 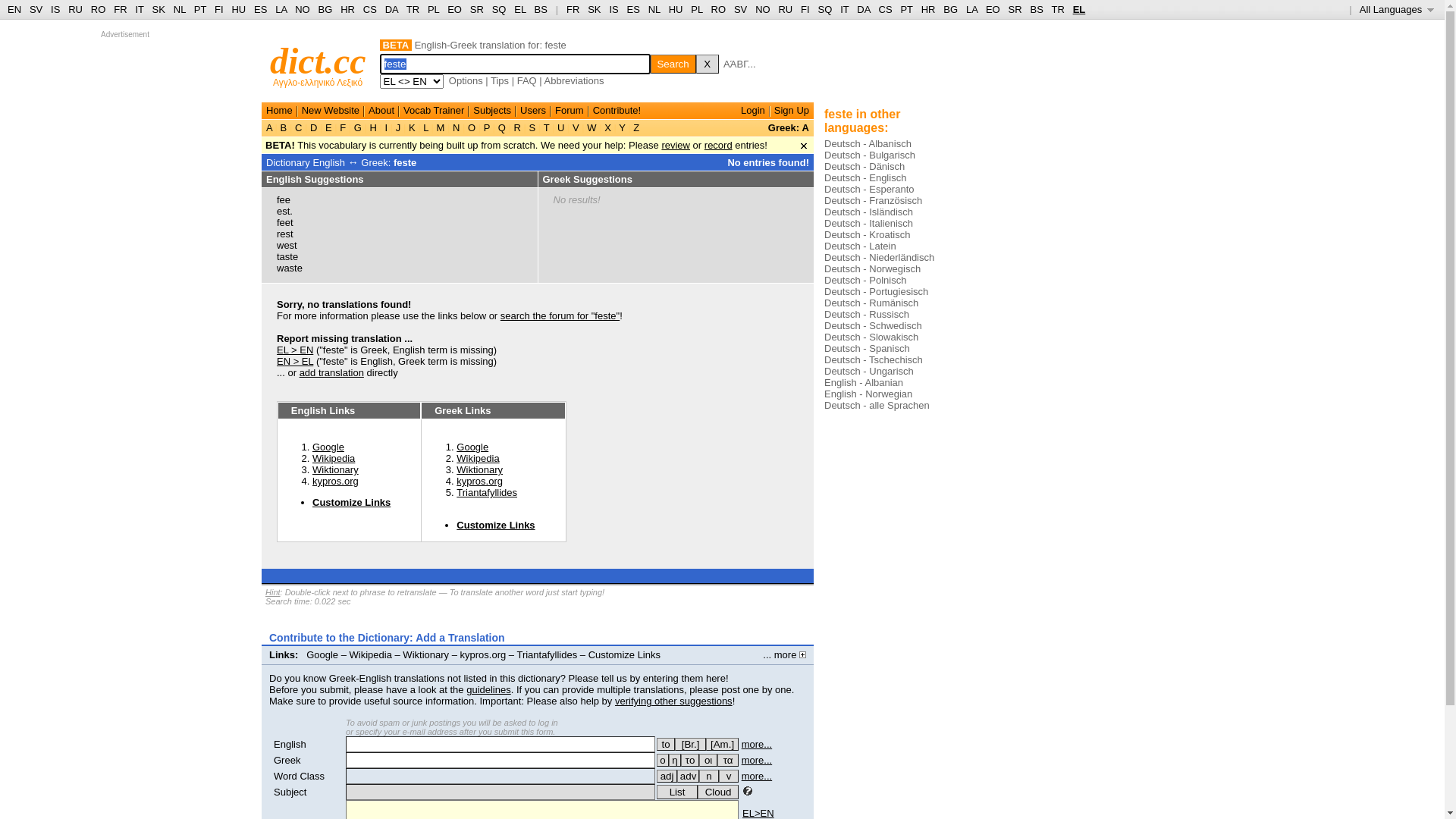 What do you see at coordinates (757, 776) in the screenshot?
I see `'more...'` at bounding box center [757, 776].